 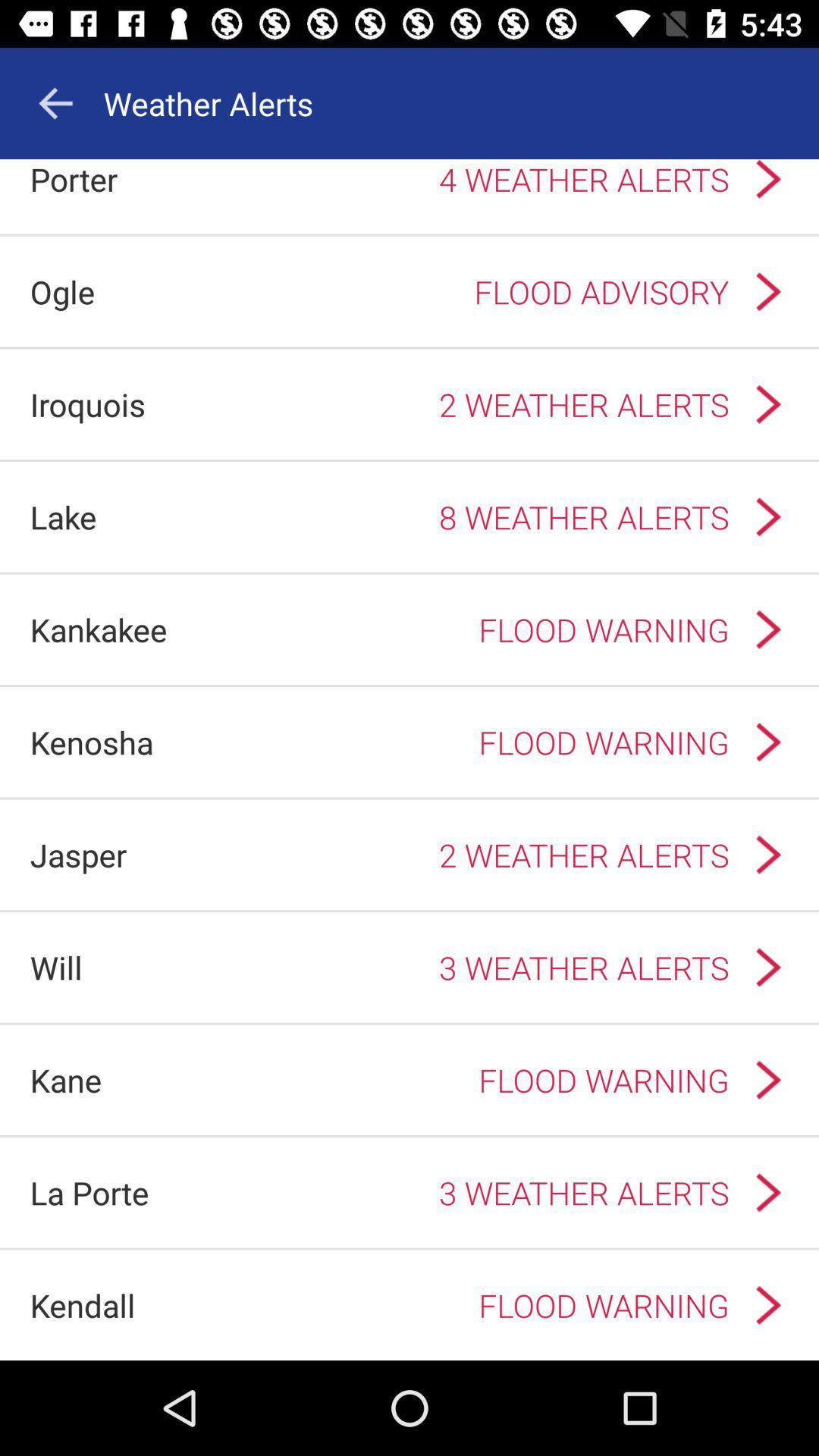 What do you see at coordinates (62, 516) in the screenshot?
I see `app above the kankakee icon` at bounding box center [62, 516].